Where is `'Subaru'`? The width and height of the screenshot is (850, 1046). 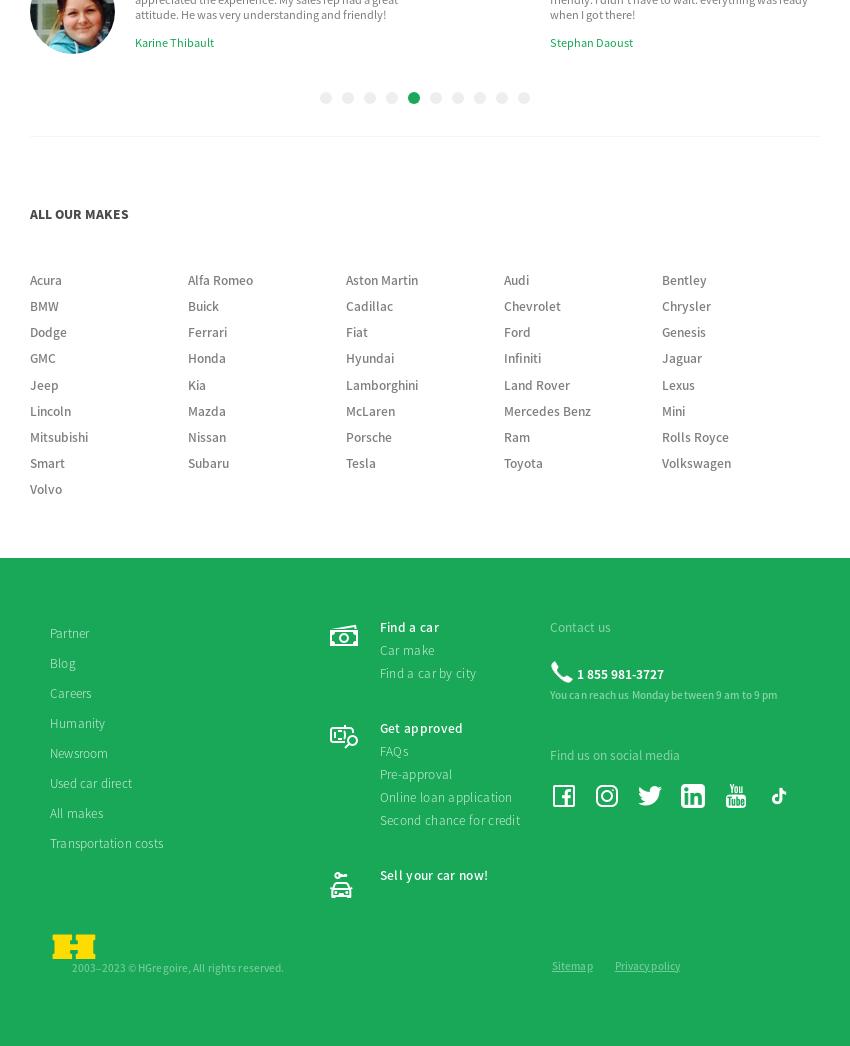 'Subaru' is located at coordinates (207, 84).